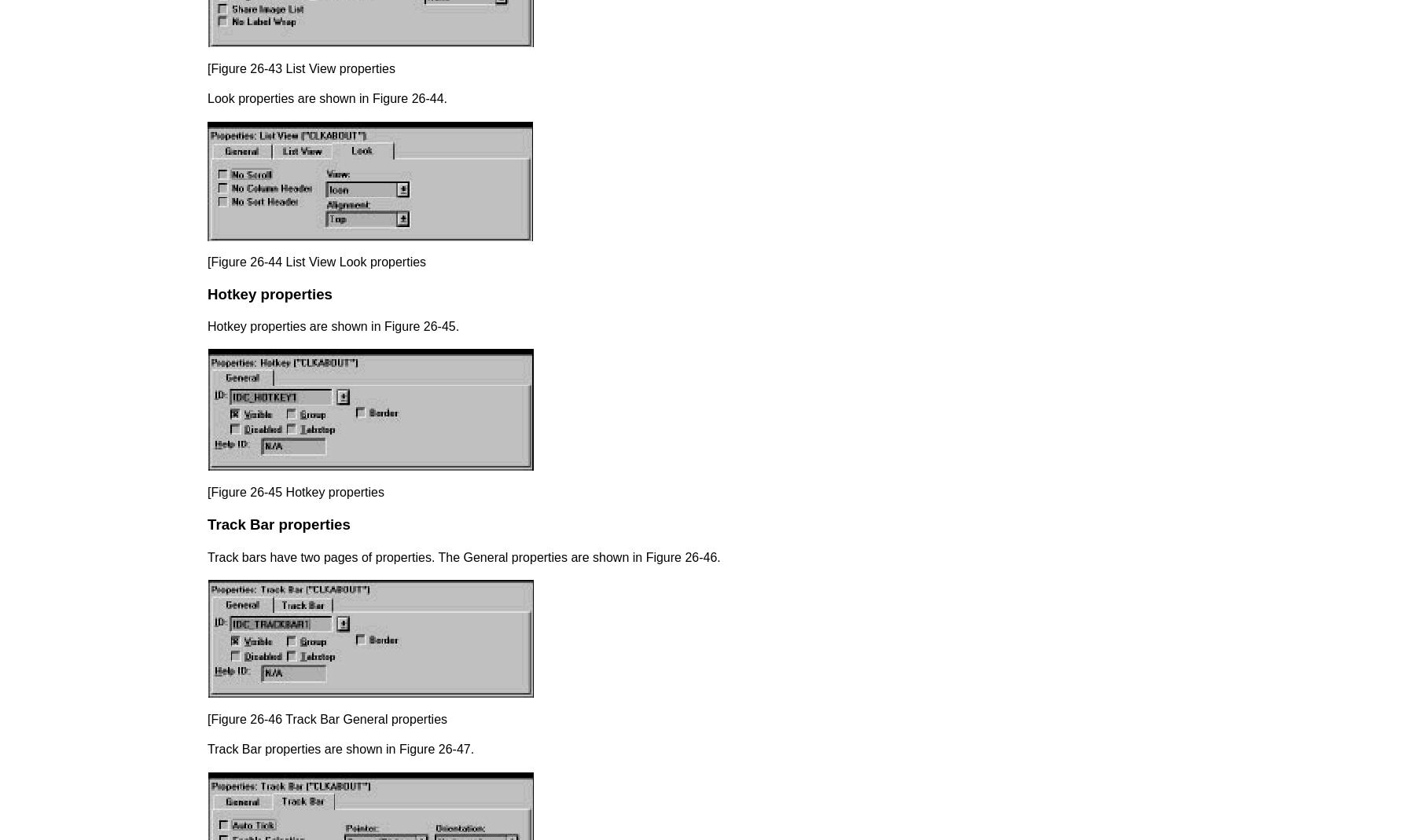 This screenshot has height=840, width=1415. I want to click on 'Track Bar properties', so click(207, 523).